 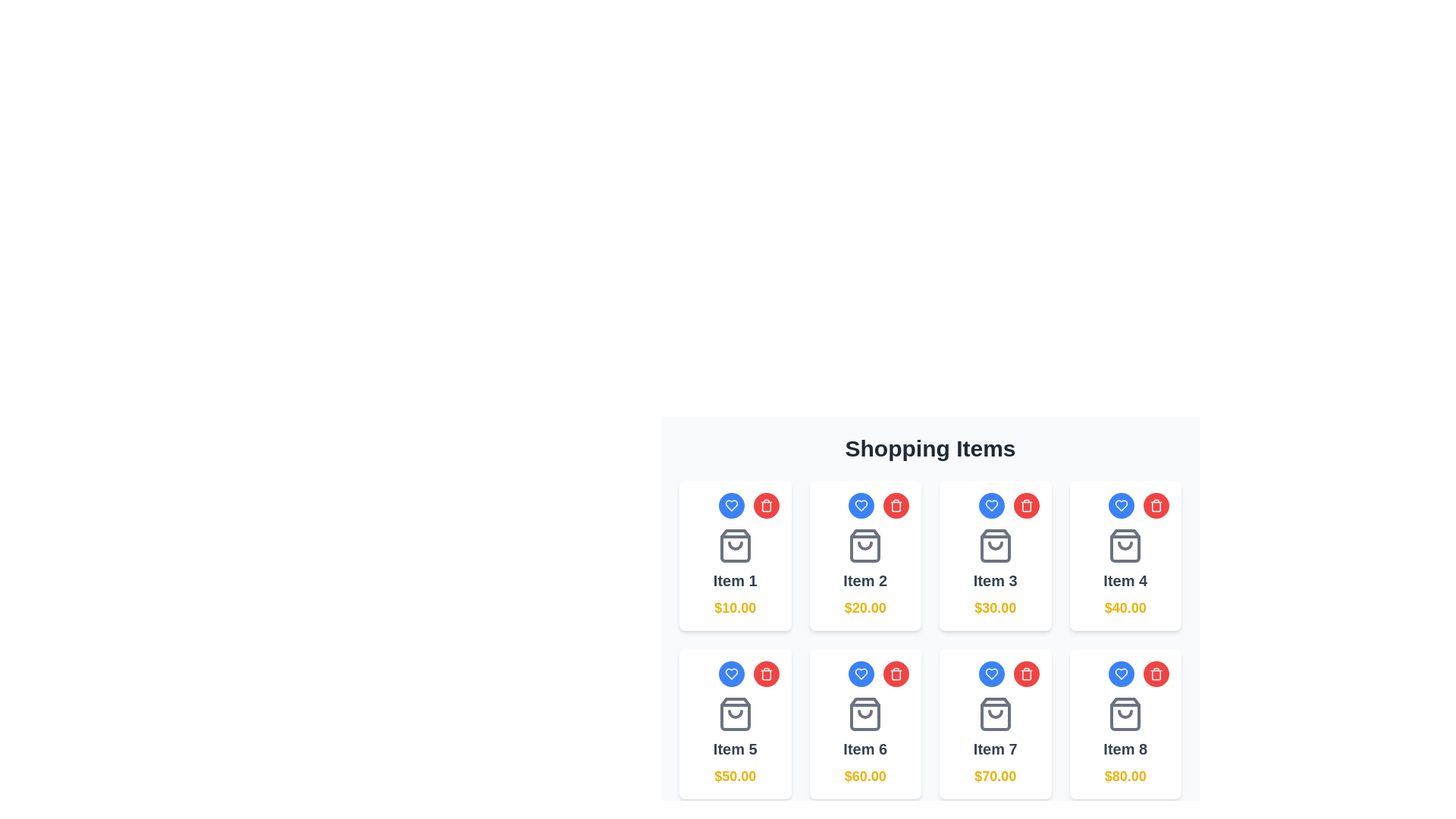 What do you see at coordinates (1121, 673) in the screenshot?
I see `the blue heart-shaped icon button to favorite 'Item 8', located at the top of the product card and directly adjacent to the red trash can icon` at bounding box center [1121, 673].